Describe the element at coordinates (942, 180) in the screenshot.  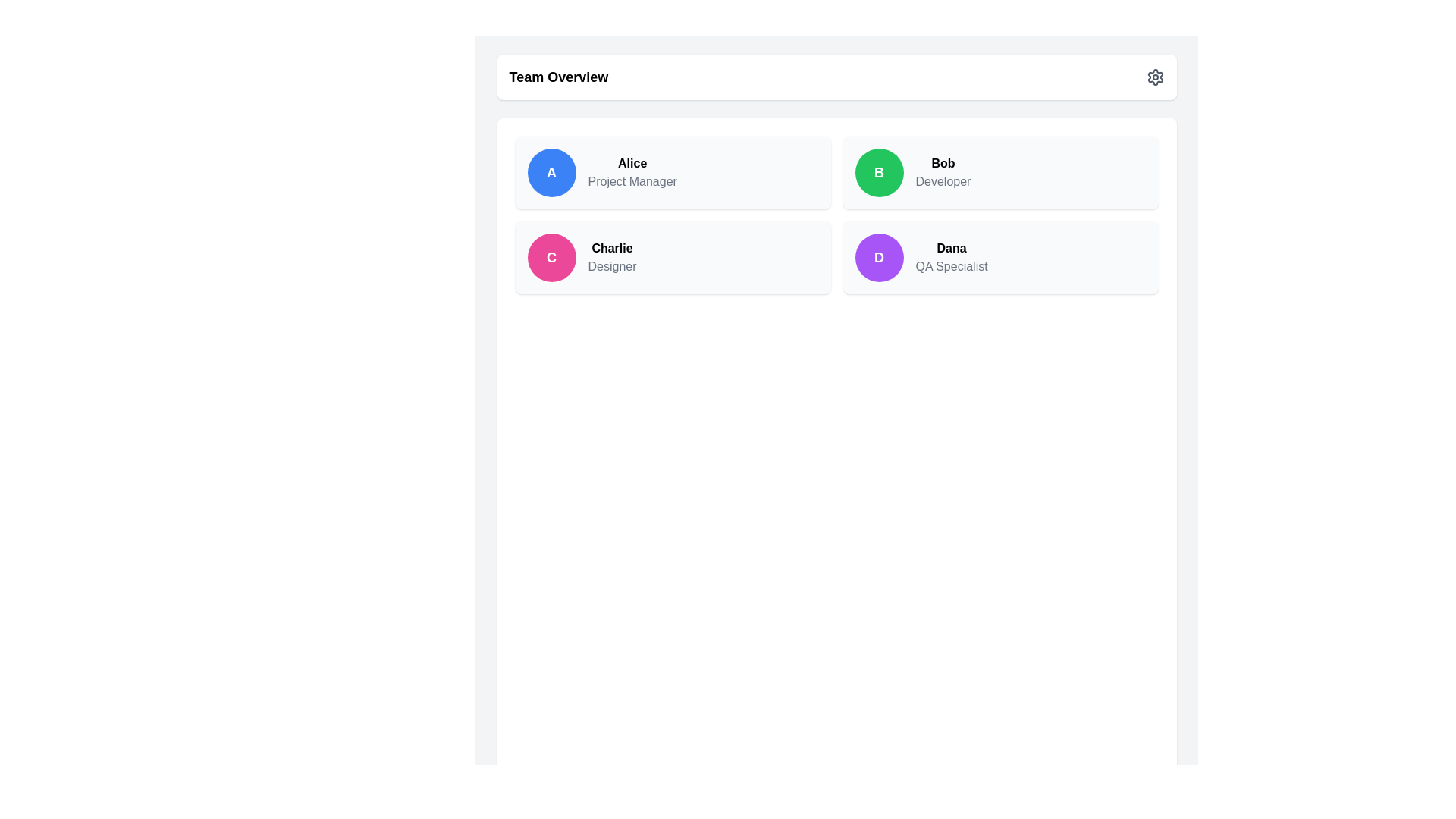
I see `the static text label displaying the role 'Developer' associated with the profile card of 'Bob' in the top-right section of the 'Team Overview' interface` at that location.